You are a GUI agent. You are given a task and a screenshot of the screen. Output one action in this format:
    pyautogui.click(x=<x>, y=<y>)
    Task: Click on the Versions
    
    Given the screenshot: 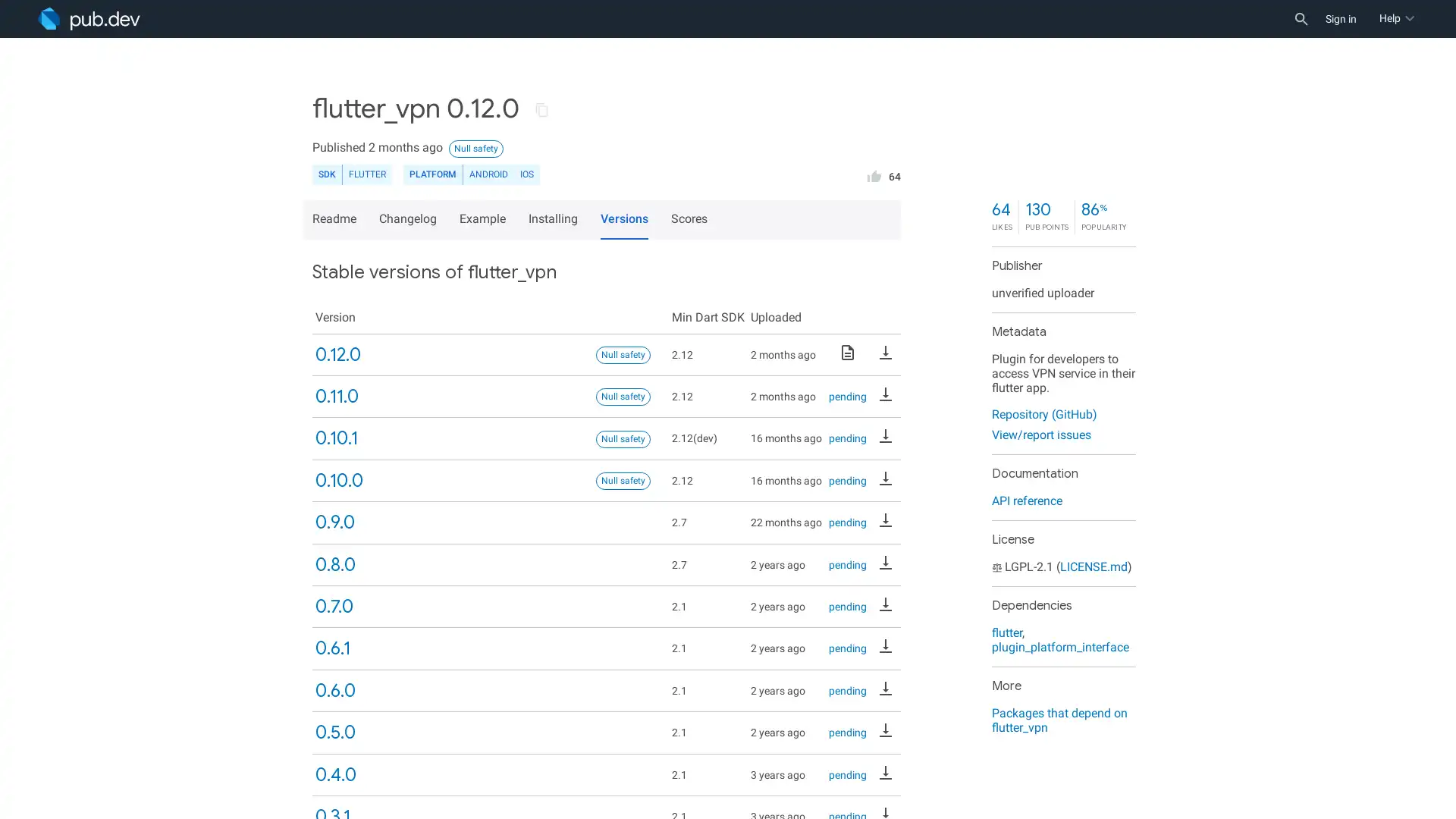 What is the action you would take?
    pyautogui.click(x=624, y=219)
    